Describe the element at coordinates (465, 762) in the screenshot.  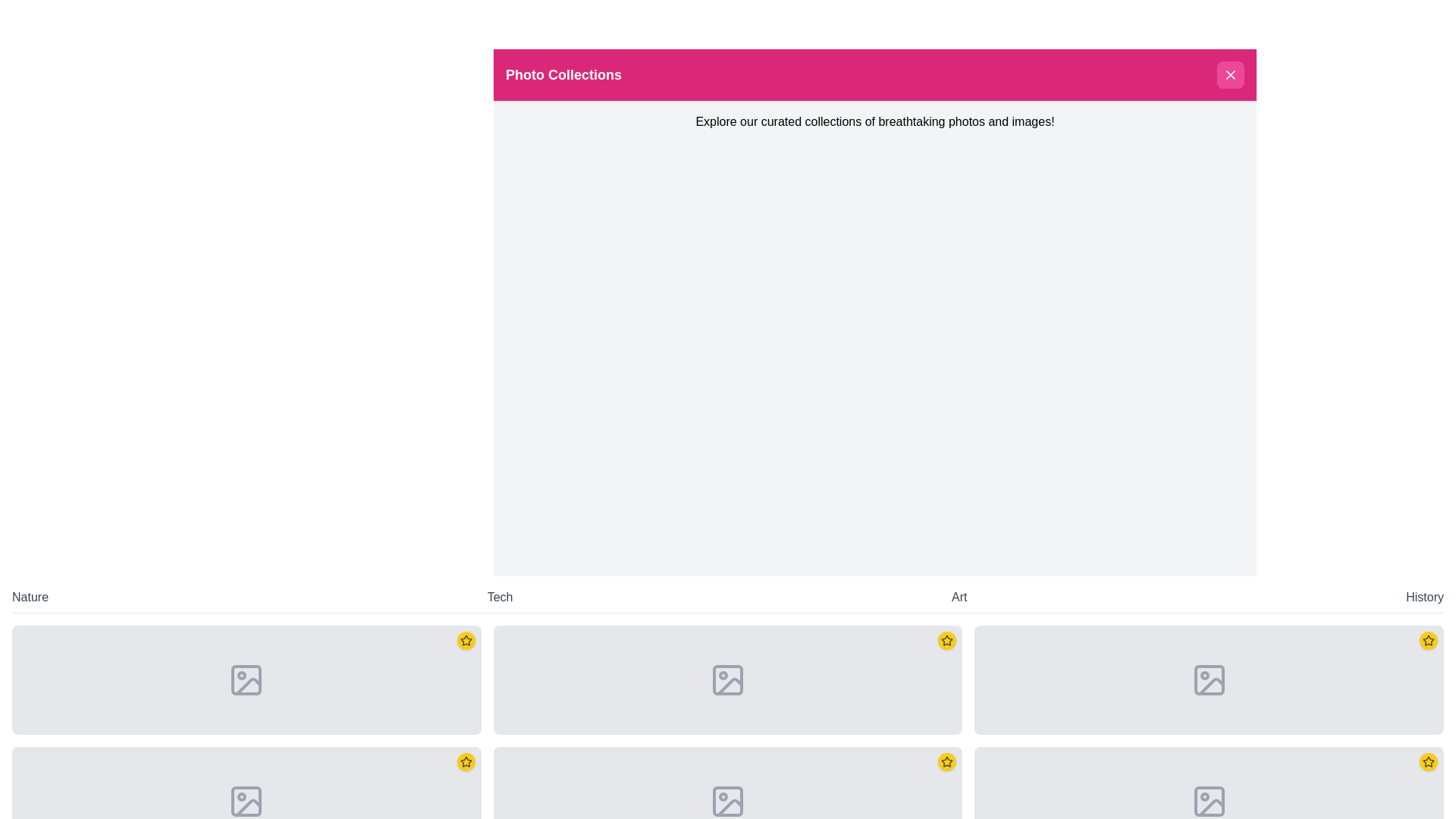
I see `the star icon with a yellow fill and gray border located in the top-right corner of the second card in the grid of image cards` at that location.